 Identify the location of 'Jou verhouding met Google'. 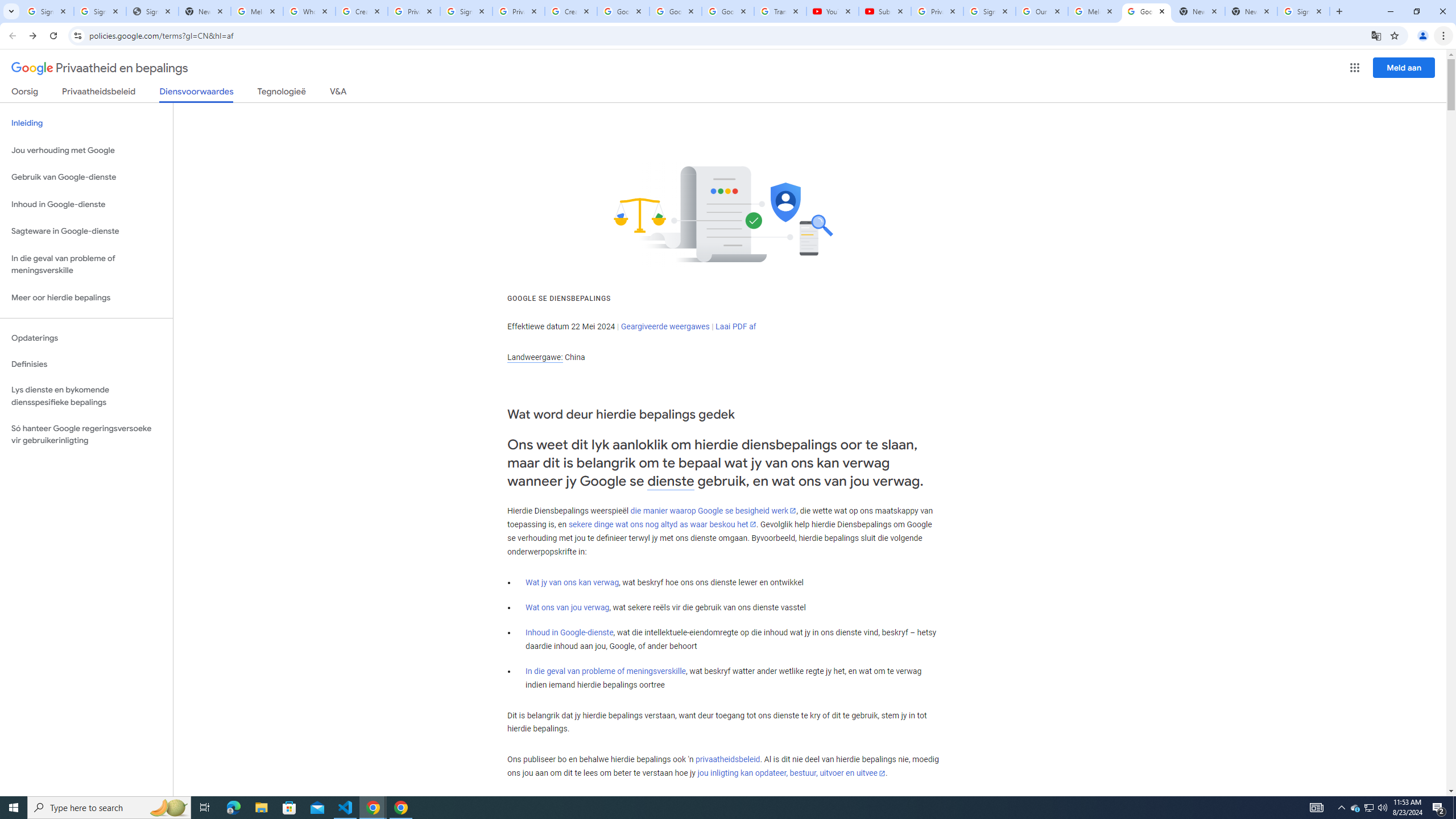
(86, 150).